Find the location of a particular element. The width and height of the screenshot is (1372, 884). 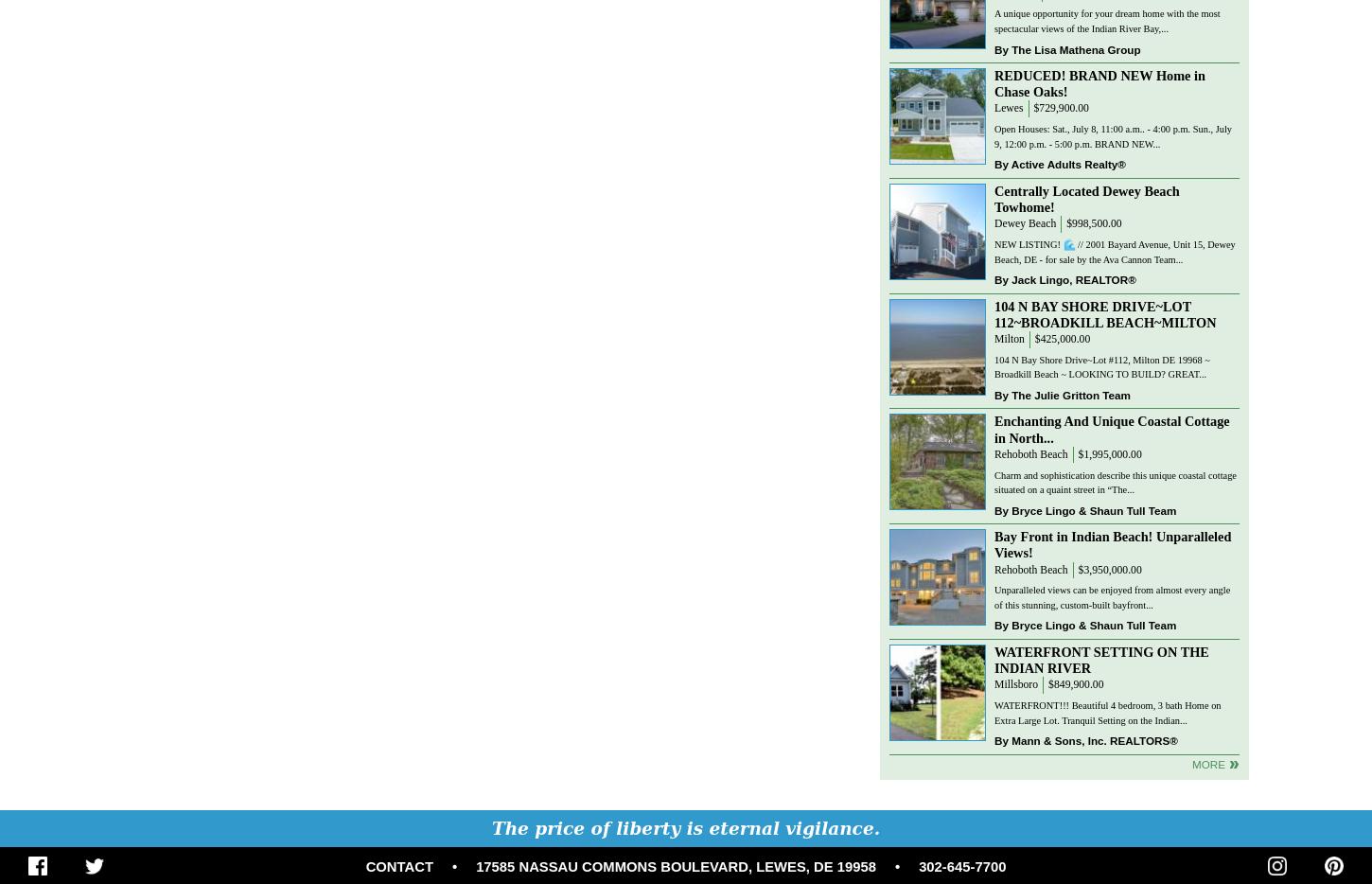

'Lewes' is located at coordinates (1009, 107).